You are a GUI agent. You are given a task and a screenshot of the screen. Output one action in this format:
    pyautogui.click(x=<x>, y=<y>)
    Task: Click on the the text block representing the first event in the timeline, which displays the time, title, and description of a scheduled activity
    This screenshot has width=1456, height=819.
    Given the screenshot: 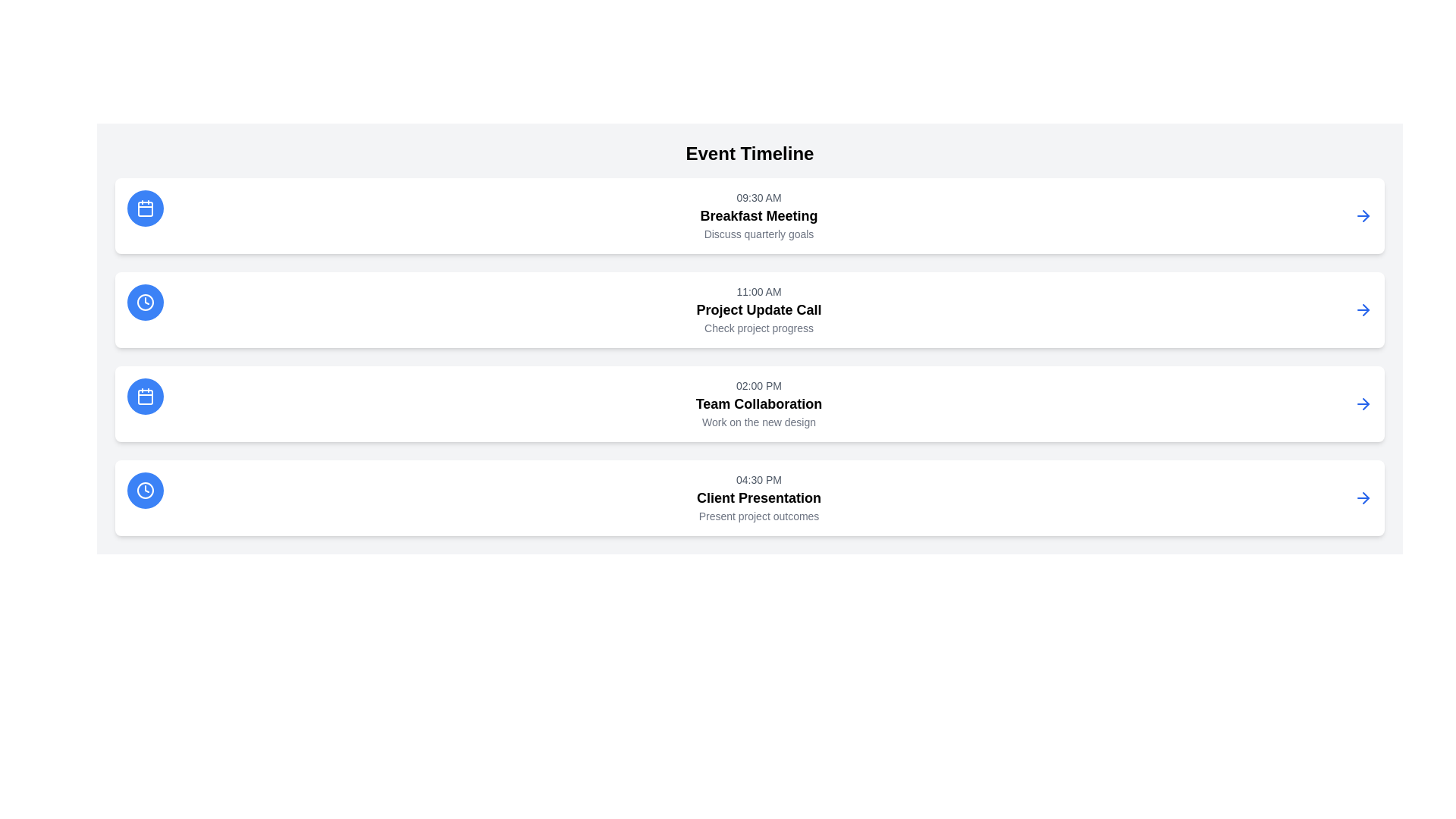 What is the action you would take?
    pyautogui.click(x=759, y=216)
    